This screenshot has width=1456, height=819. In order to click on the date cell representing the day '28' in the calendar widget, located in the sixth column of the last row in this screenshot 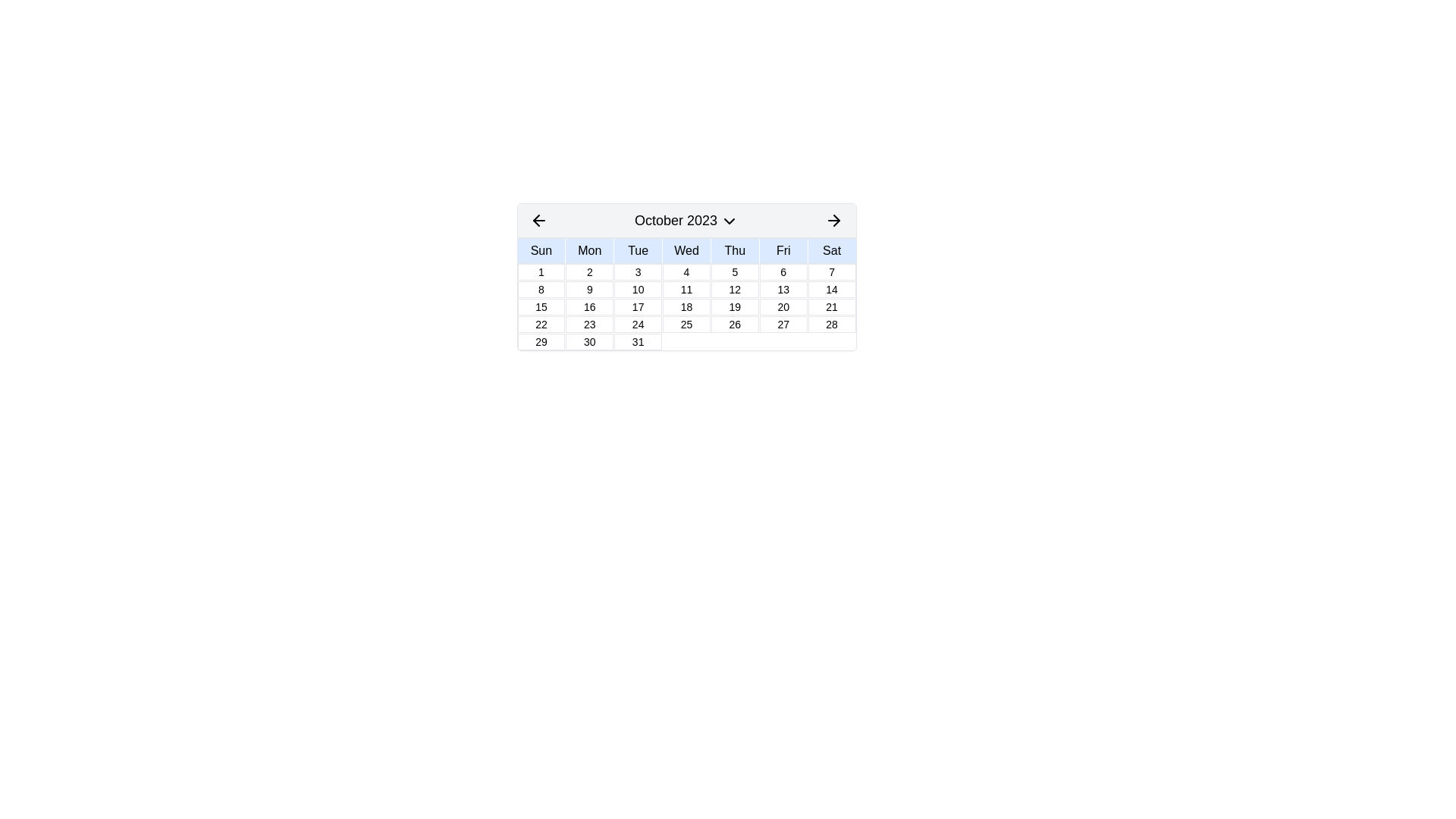, I will do `click(831, 324)`.